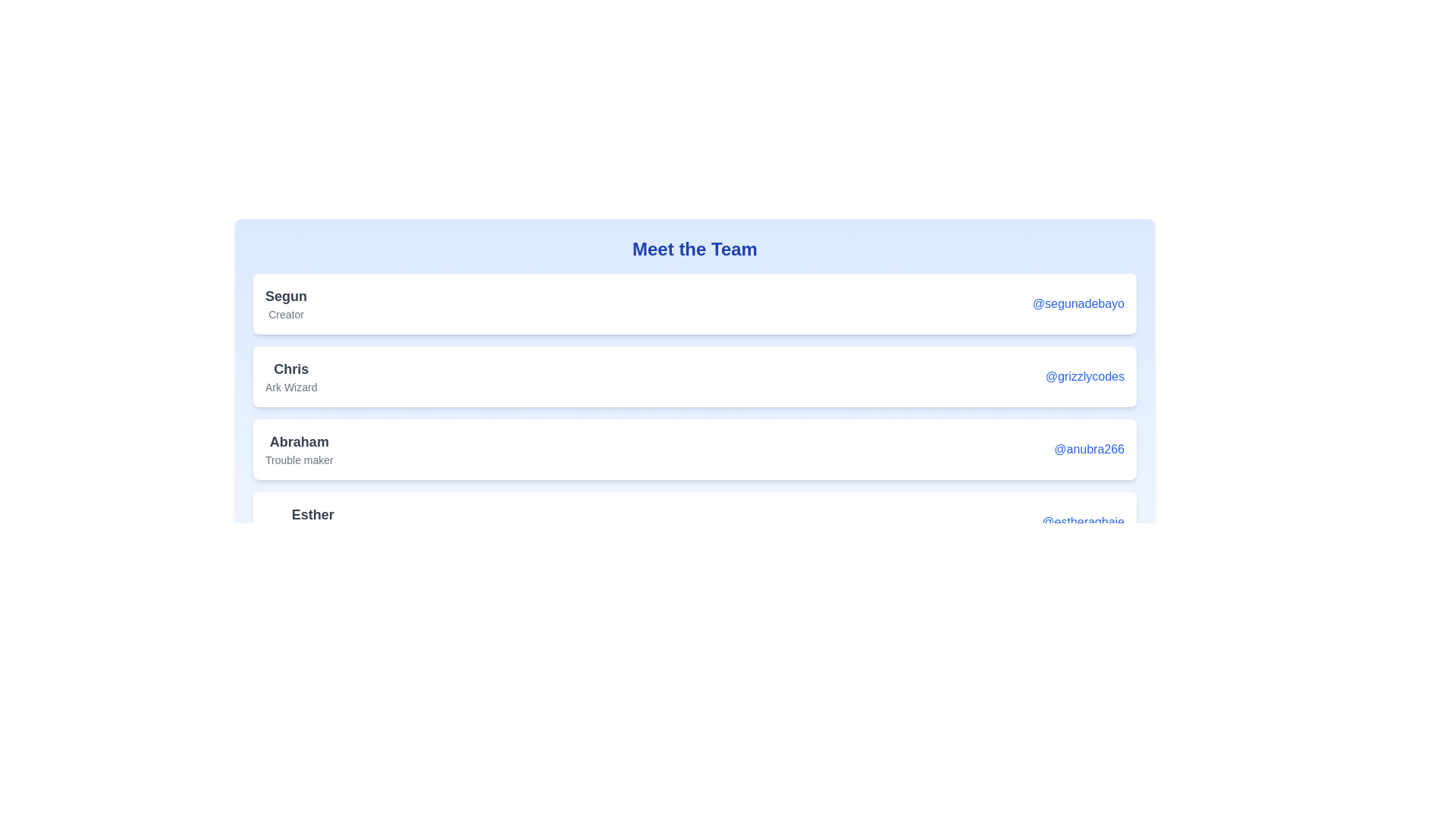 The height and width of the screenshot is (819, 1456). I want to click on textual label displaying the name and brief description of the individual, which is the leftmost content in a white card at the middle of the interface, so click(299, 449).